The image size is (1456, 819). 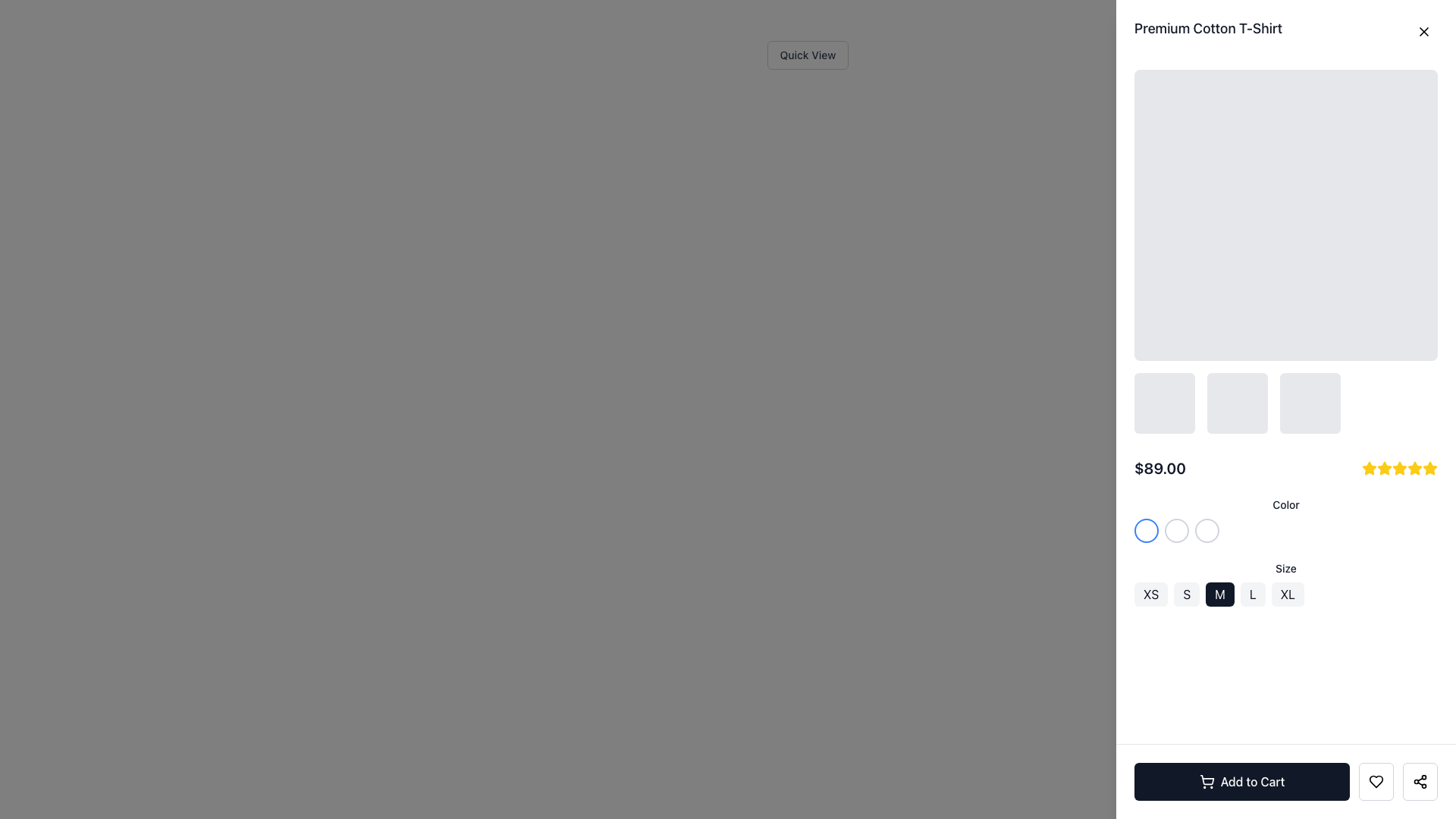 I want to click on the third yellow star icon in the rating system, so click(x=1384, y=467).